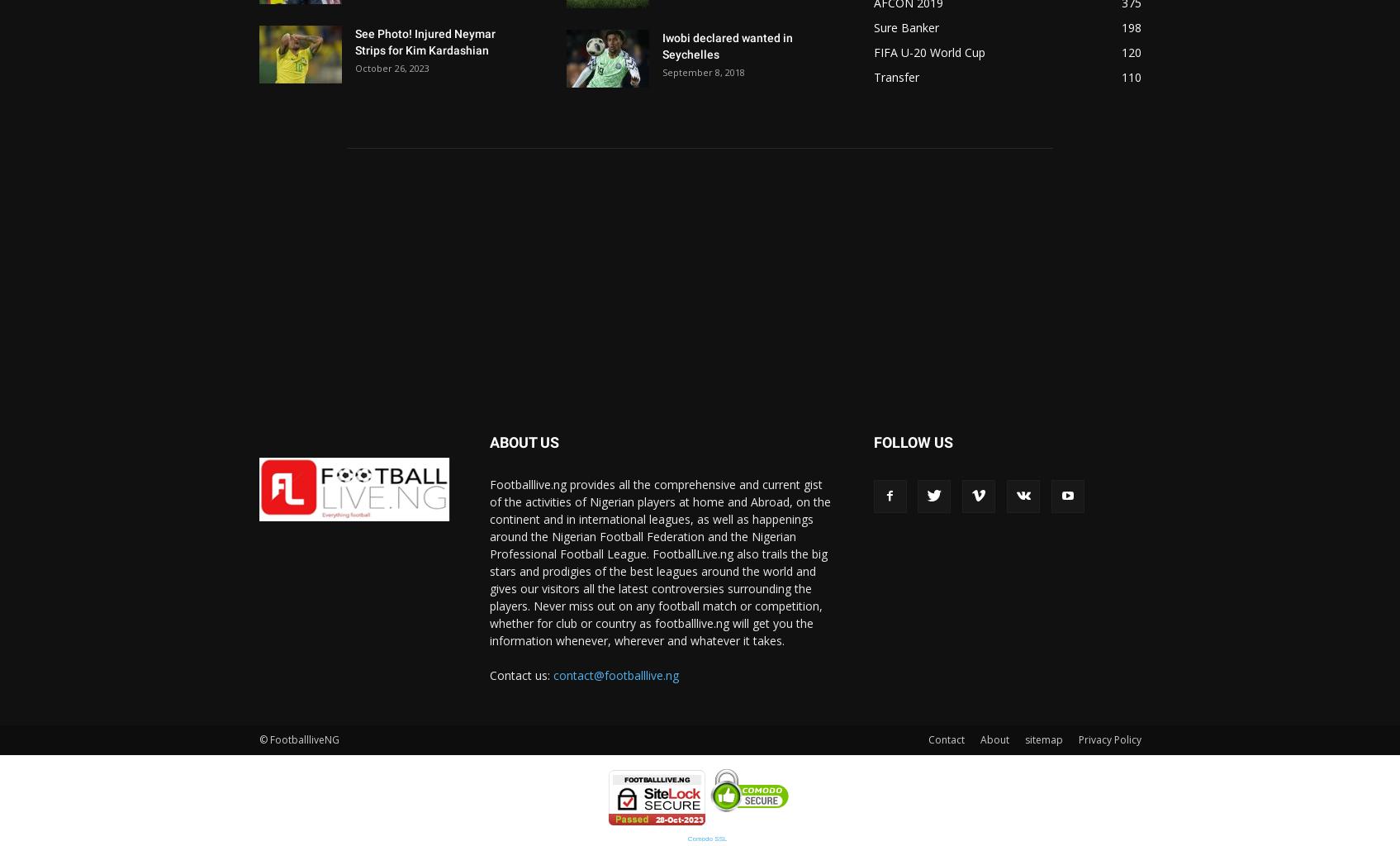 The image size is (1400, 846). I want to click on 'Iwobi declared wanted in Seychelles', so click(726, 45).